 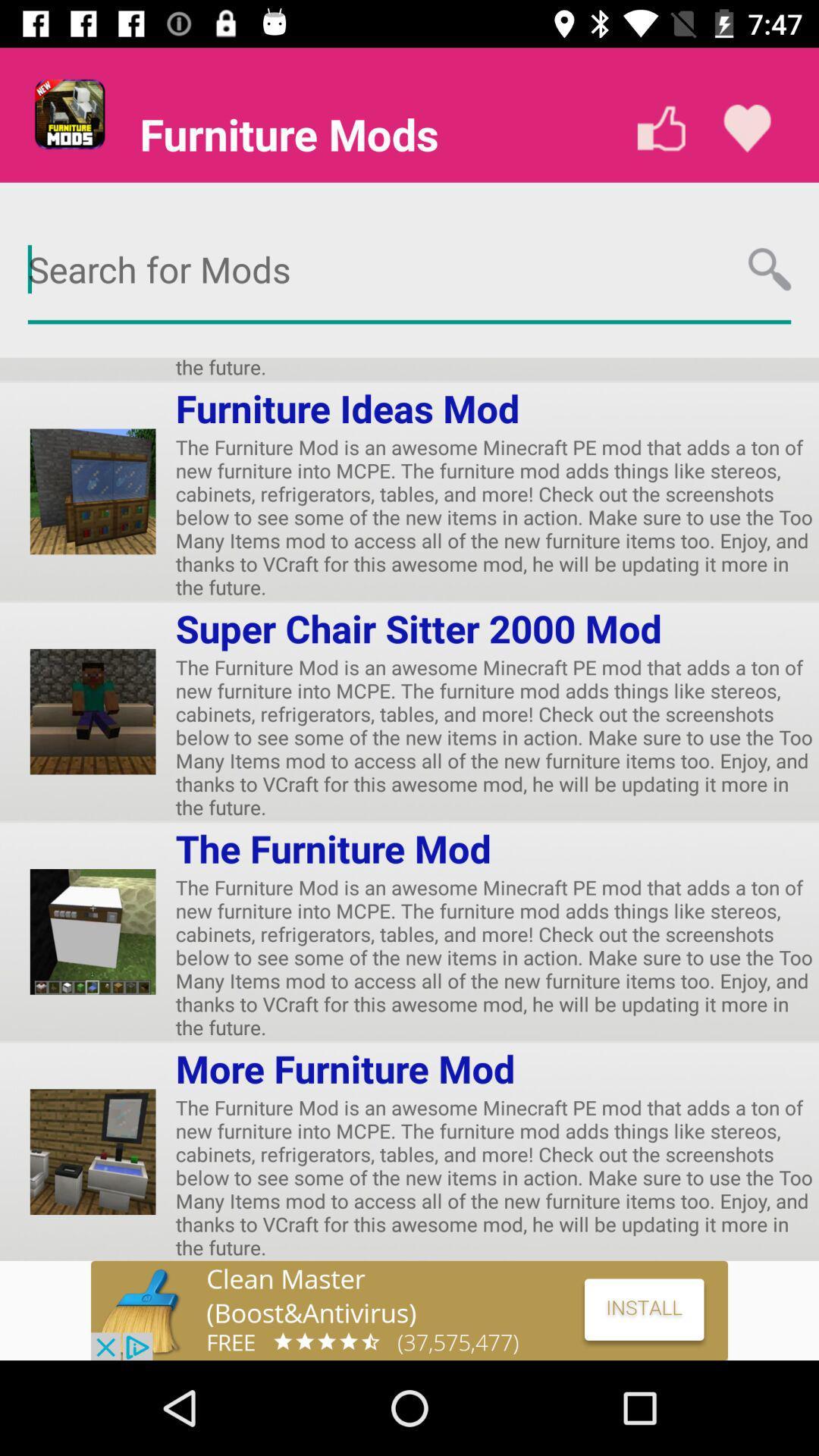 I want to click on open advertisement, so click(x=409, y=1310).